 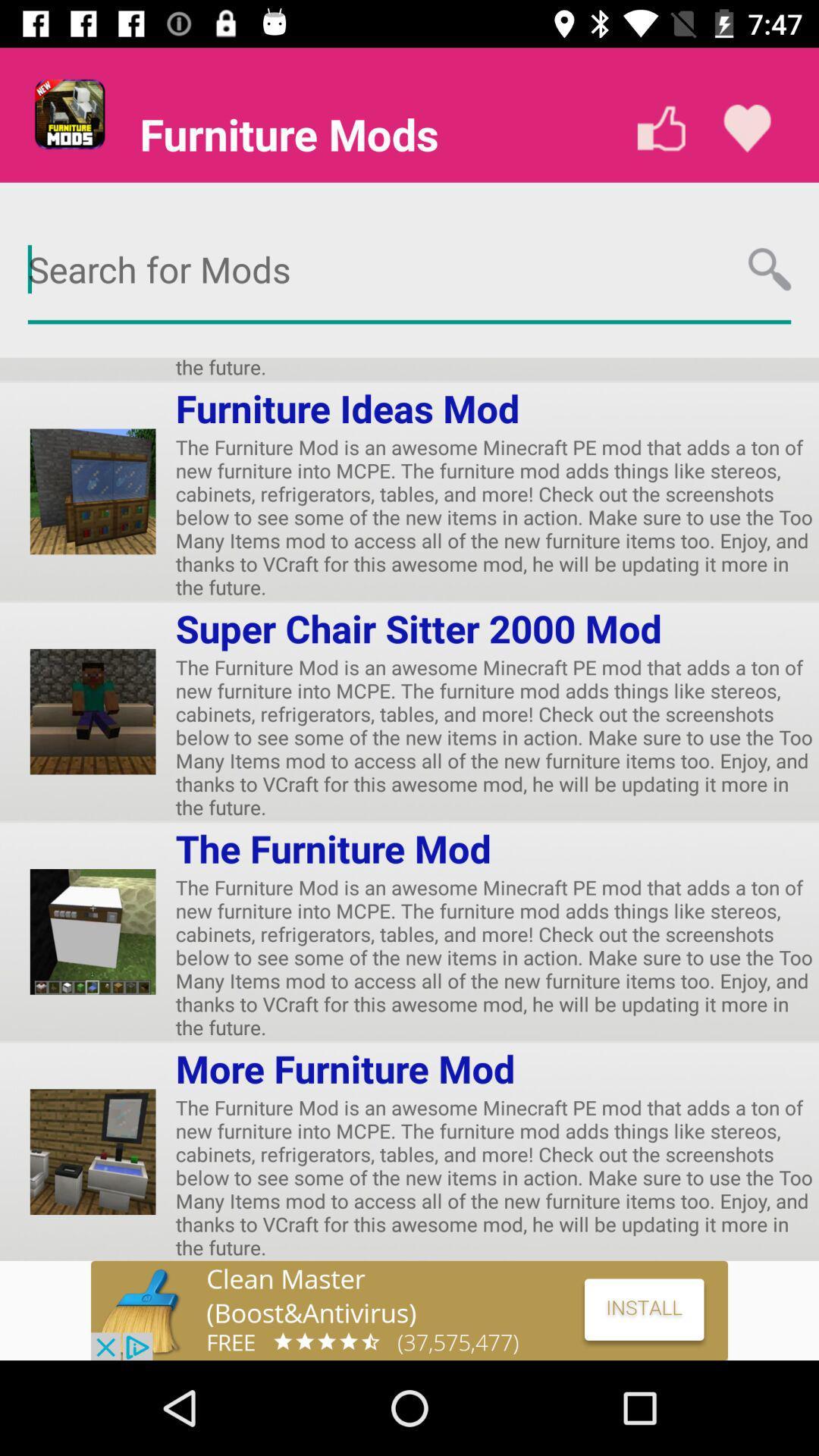 I want to click on open advertisement, so click(x=409, y=1310).